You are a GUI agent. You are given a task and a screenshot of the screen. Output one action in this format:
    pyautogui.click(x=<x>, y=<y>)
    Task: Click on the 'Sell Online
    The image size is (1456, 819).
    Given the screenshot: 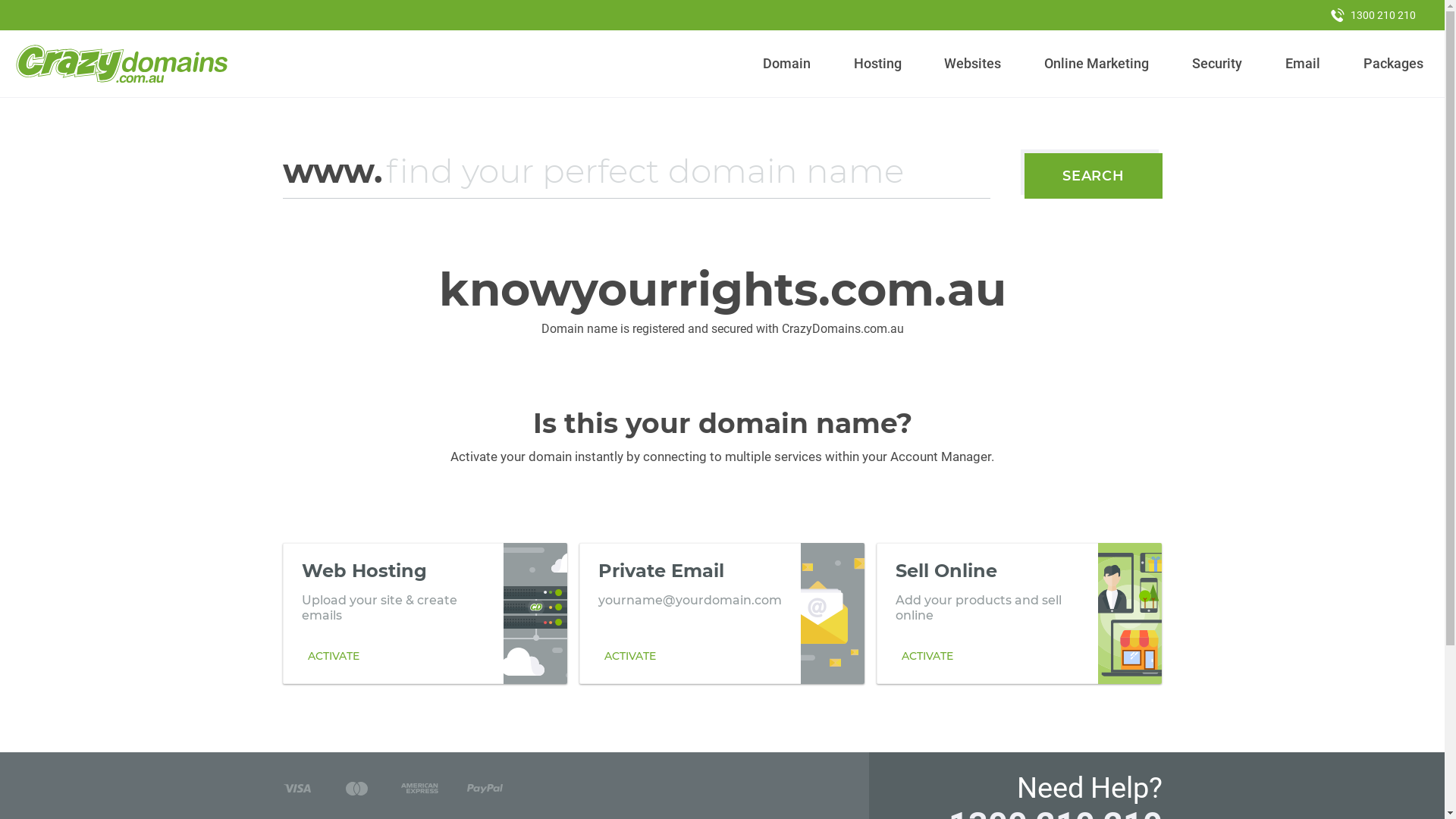 What is the action you would take?
    pyautogui.click(x=1019, y=613)
    